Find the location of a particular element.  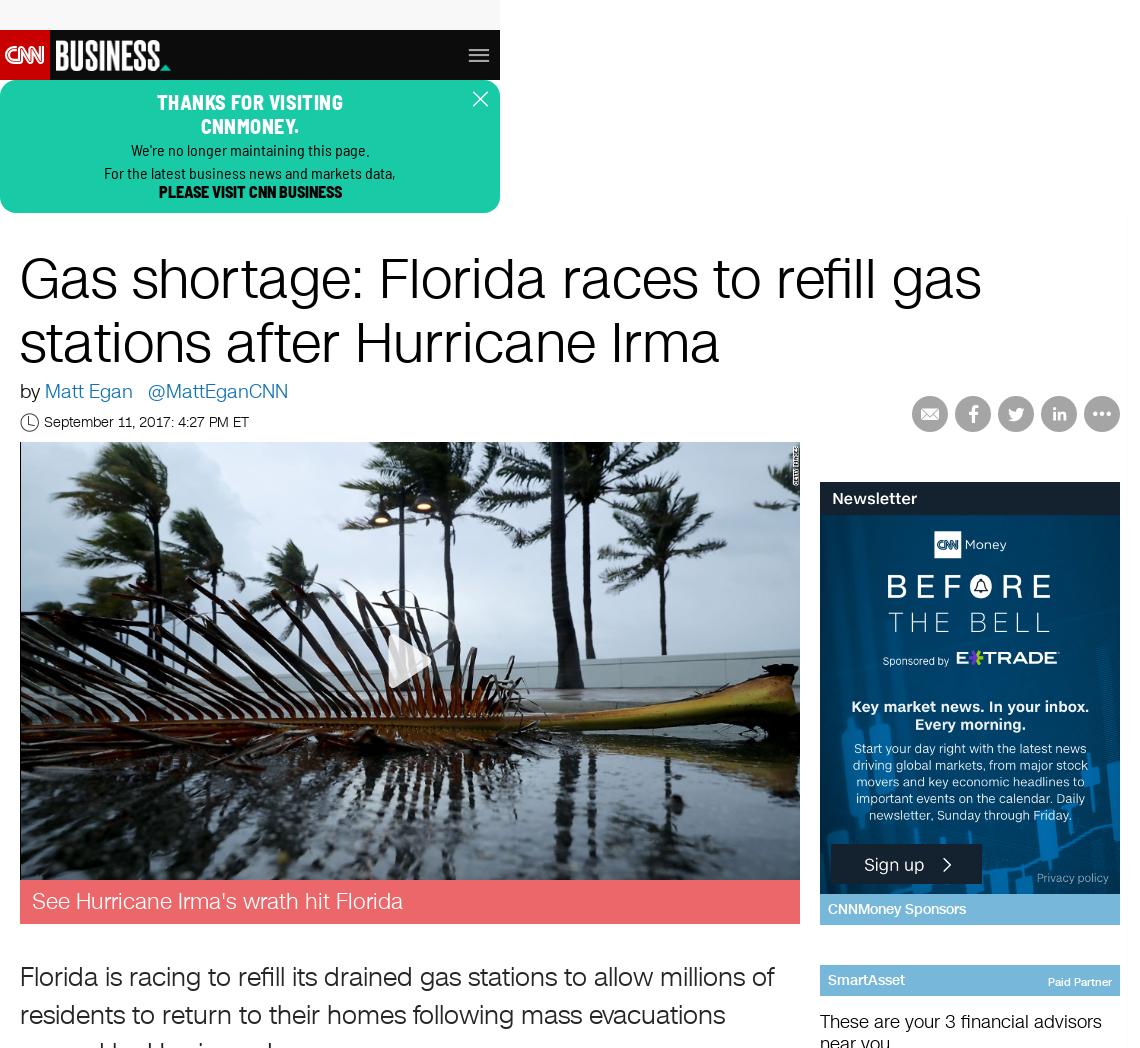

'Paid Partner' is located at coordinates (1079, 980).